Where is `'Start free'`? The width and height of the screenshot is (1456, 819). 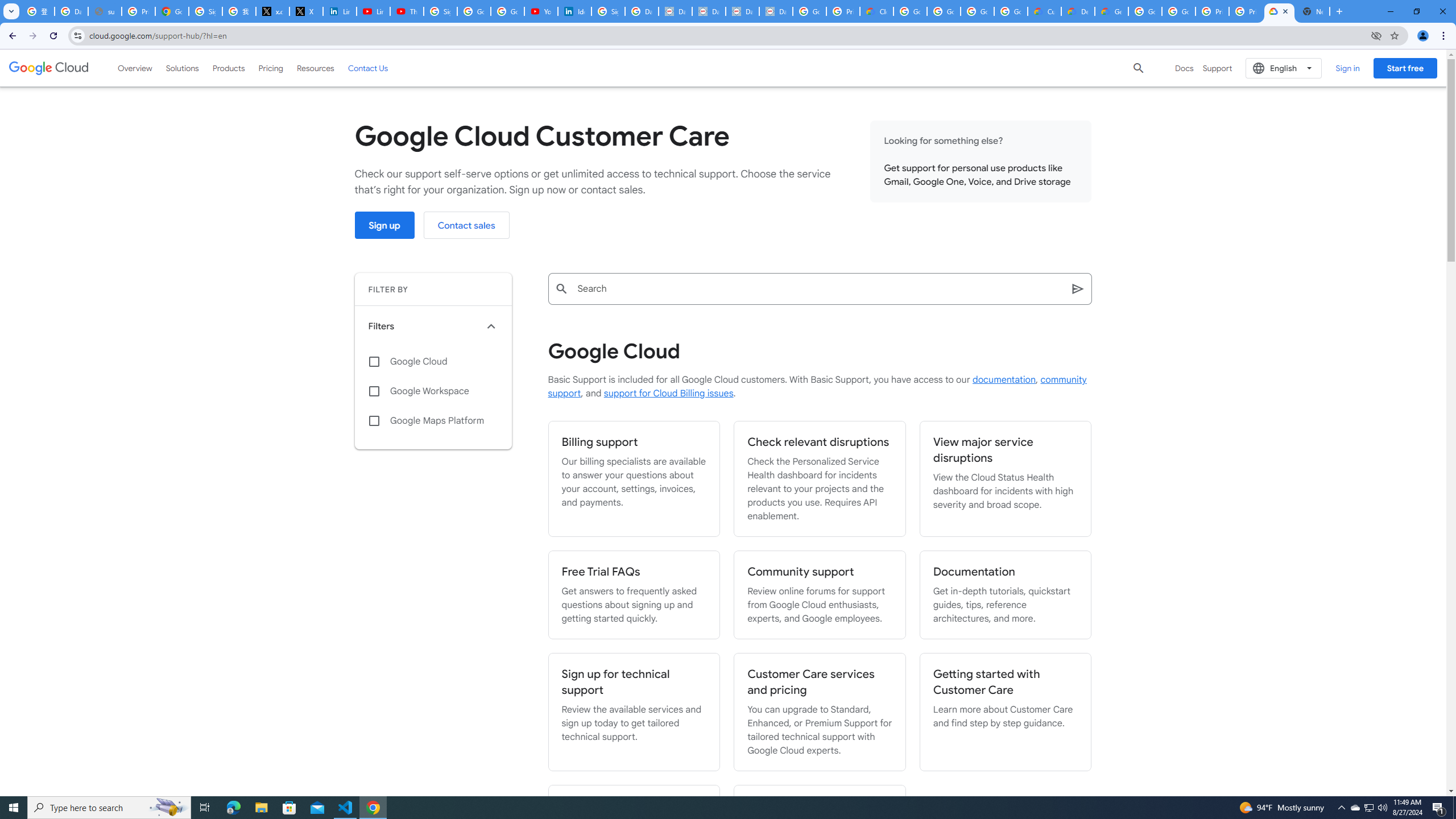
'Start free' is located at coordinates (1405, 67).